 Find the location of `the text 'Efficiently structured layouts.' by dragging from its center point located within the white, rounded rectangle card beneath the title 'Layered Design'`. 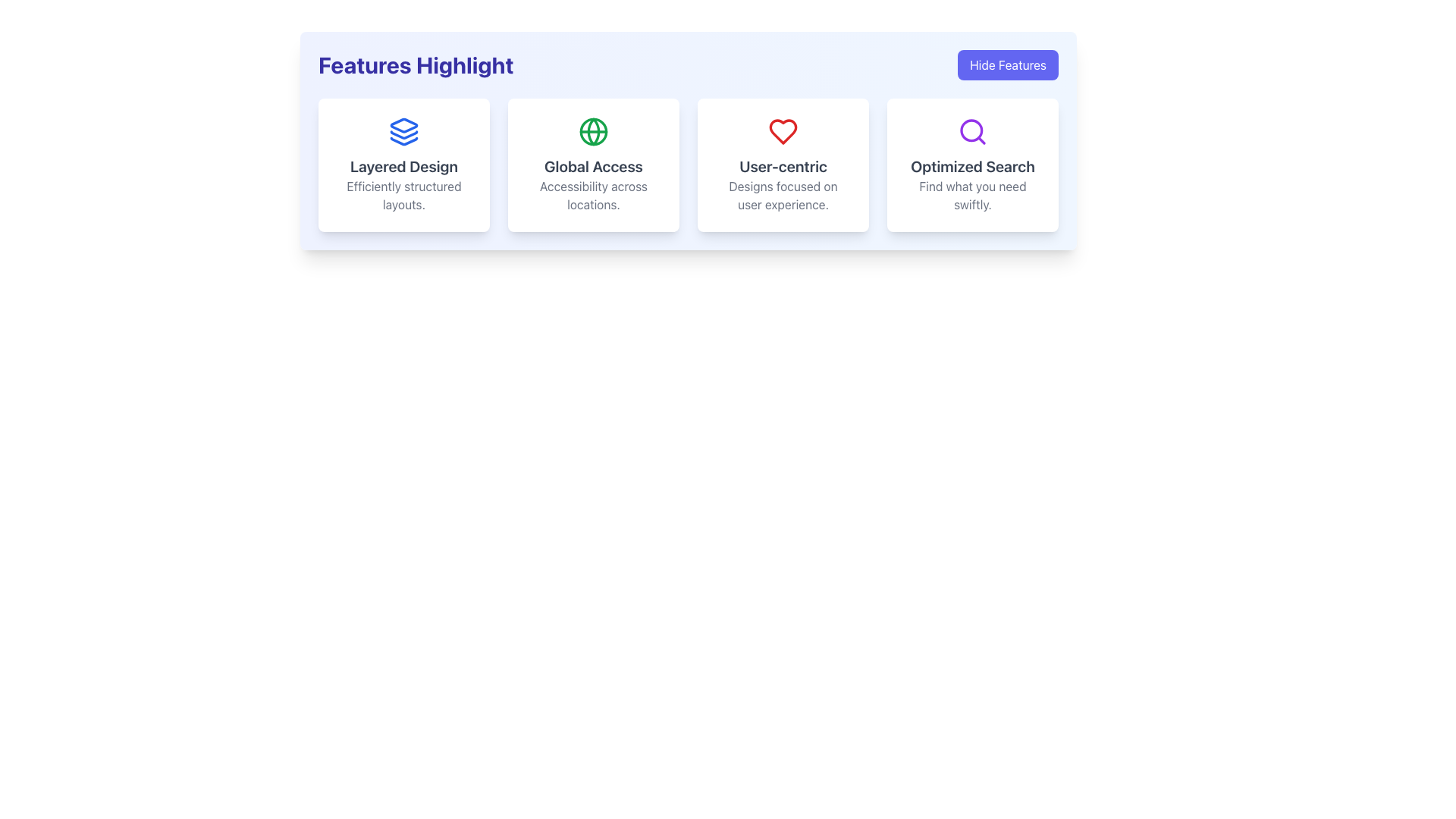

the text 'Efficiently structured layouts.' by dragging from its center point located within the white, rounded rectangle card beneath the title 'Layered Design' is located at coordinates (403, 195).